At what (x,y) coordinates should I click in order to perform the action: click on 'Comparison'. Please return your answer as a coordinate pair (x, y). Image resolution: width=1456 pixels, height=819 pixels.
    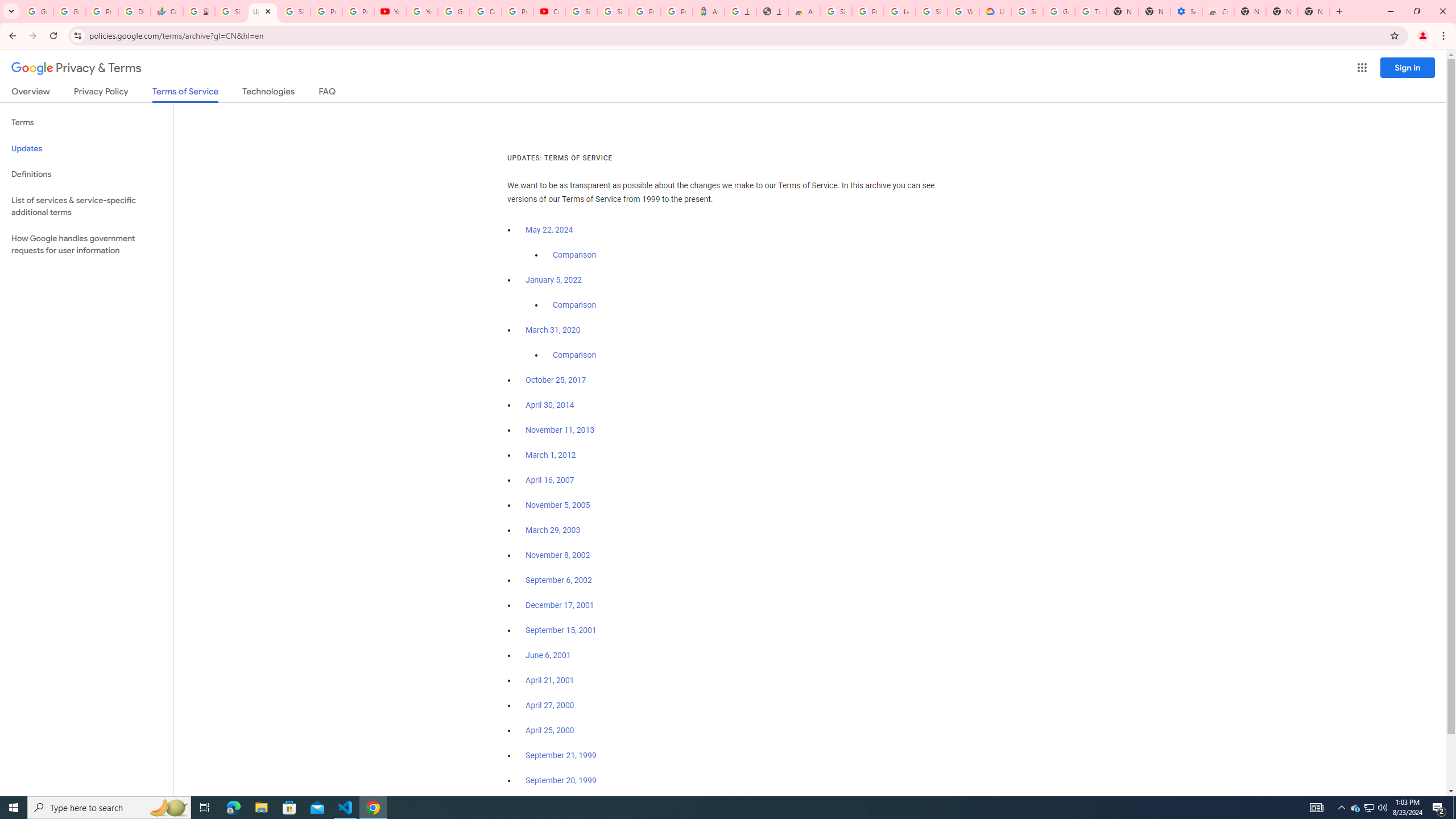
    Looking at the image, I should click on (573, 355).